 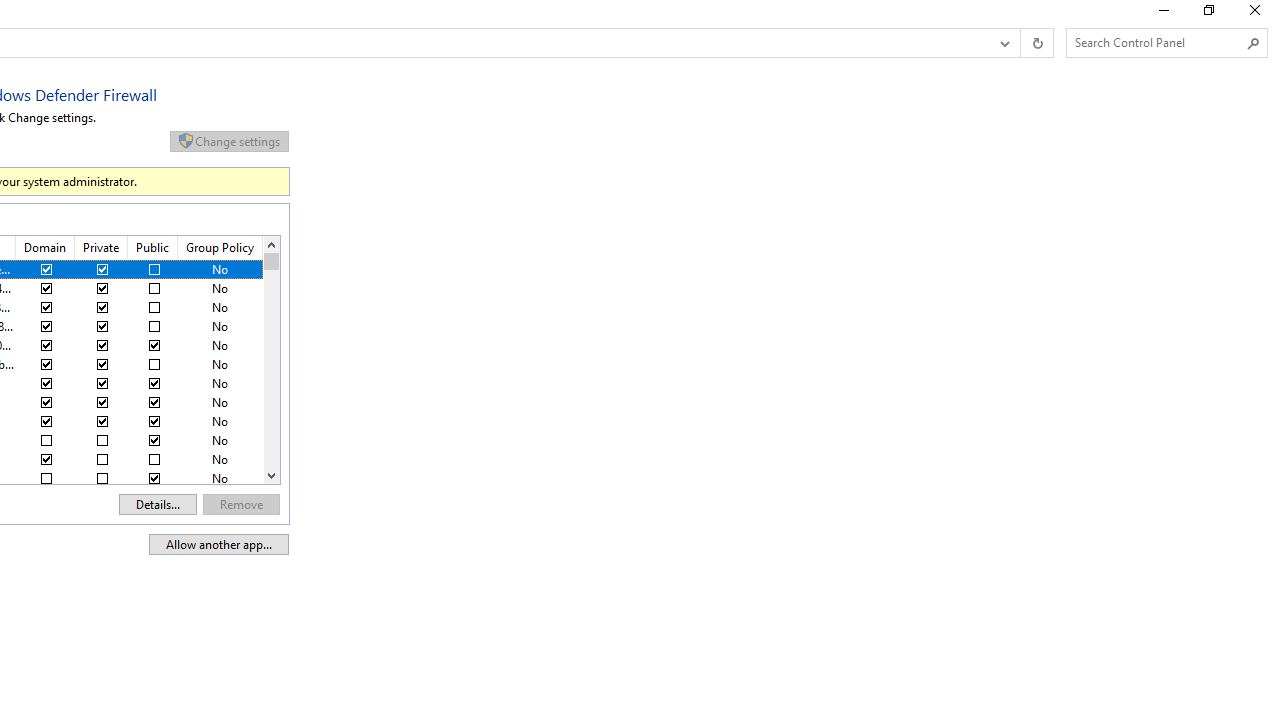 I want to click on 'Details...', so click(x=157, y=503).